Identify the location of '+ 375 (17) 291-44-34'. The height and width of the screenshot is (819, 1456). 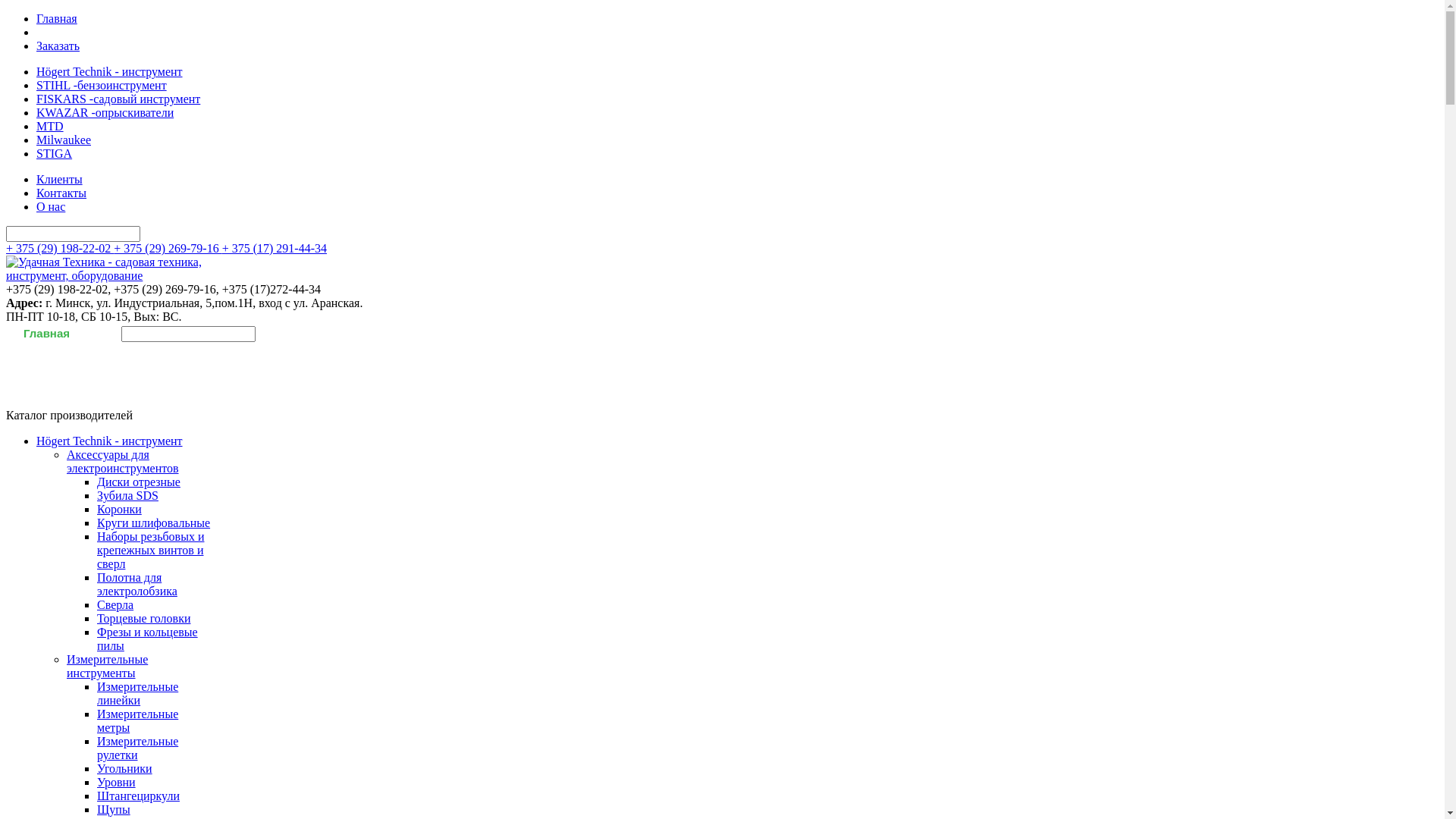
(274, 247).